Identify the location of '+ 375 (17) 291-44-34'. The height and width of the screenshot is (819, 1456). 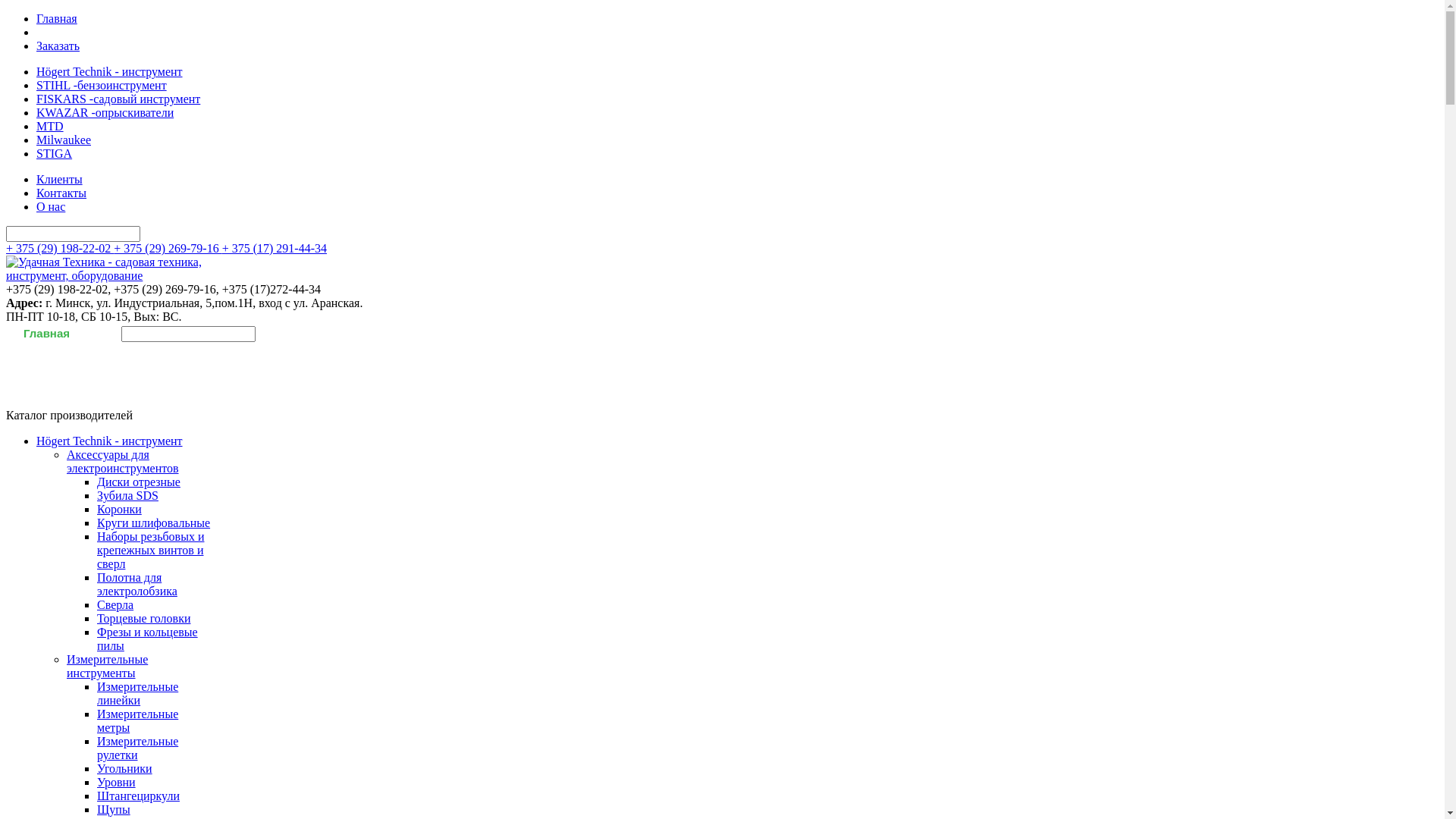
(274, 247).